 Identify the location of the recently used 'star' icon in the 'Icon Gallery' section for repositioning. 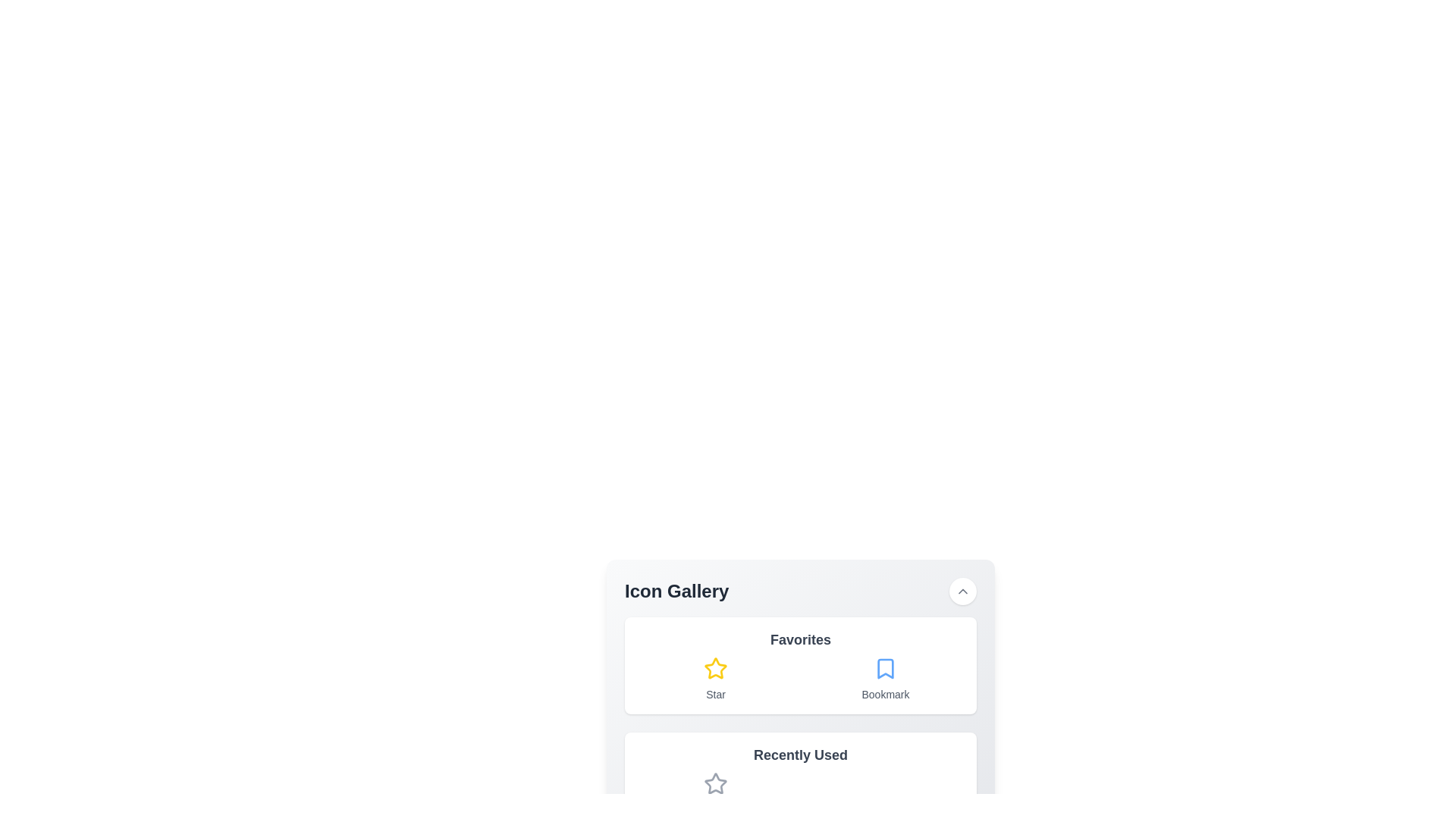
(715, 783).